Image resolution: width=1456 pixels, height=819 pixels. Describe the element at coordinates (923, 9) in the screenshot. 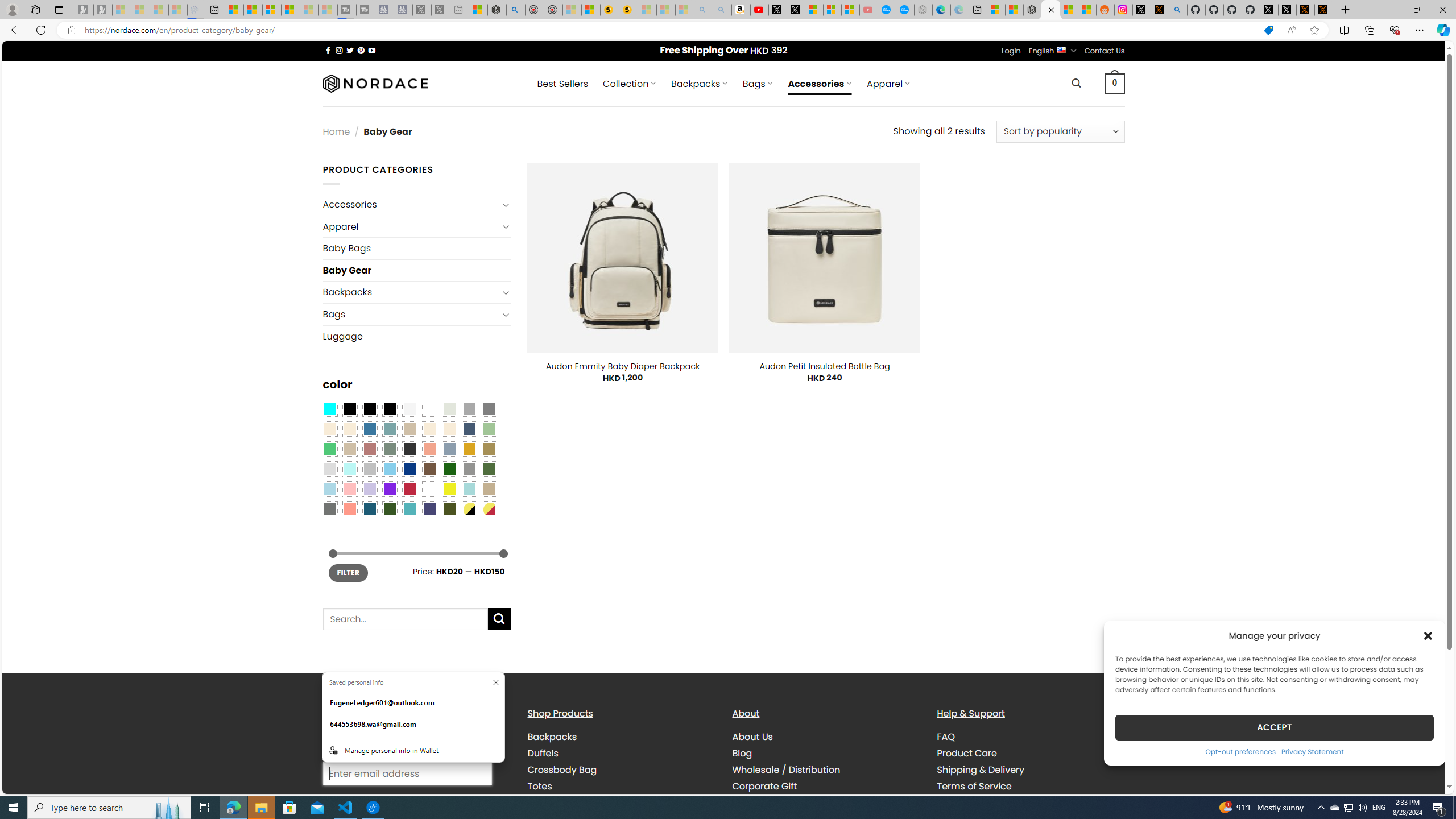

I see `'Nordace - Nordace has arrived Hong Kong - Sleeping'` at that location.